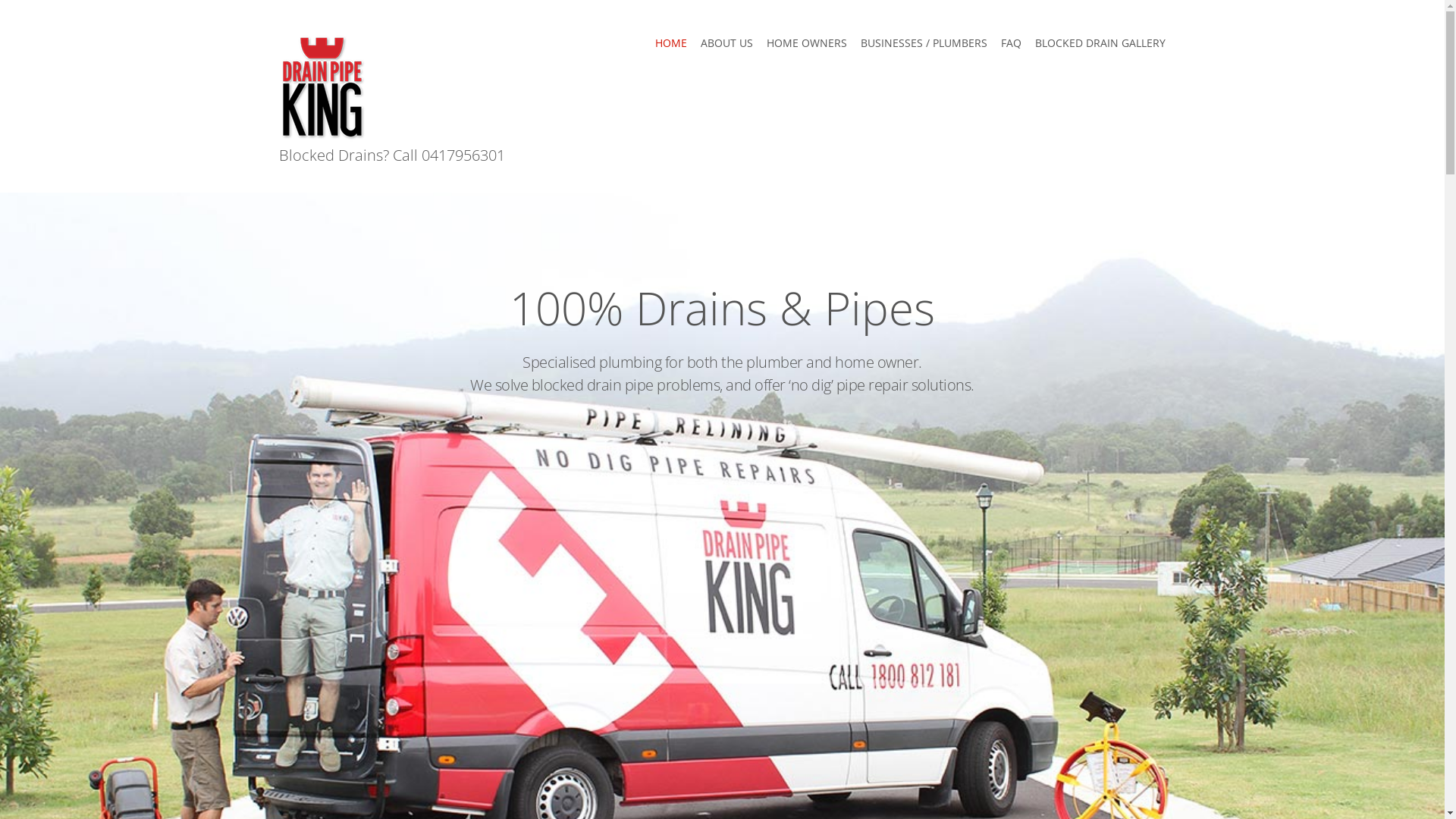 This screenshot has height=819, width=1456. What do you see at coordinates (806, 42) in the screenshot?
I see `'HOME OWNERS'` at bounding box center [806, 42].